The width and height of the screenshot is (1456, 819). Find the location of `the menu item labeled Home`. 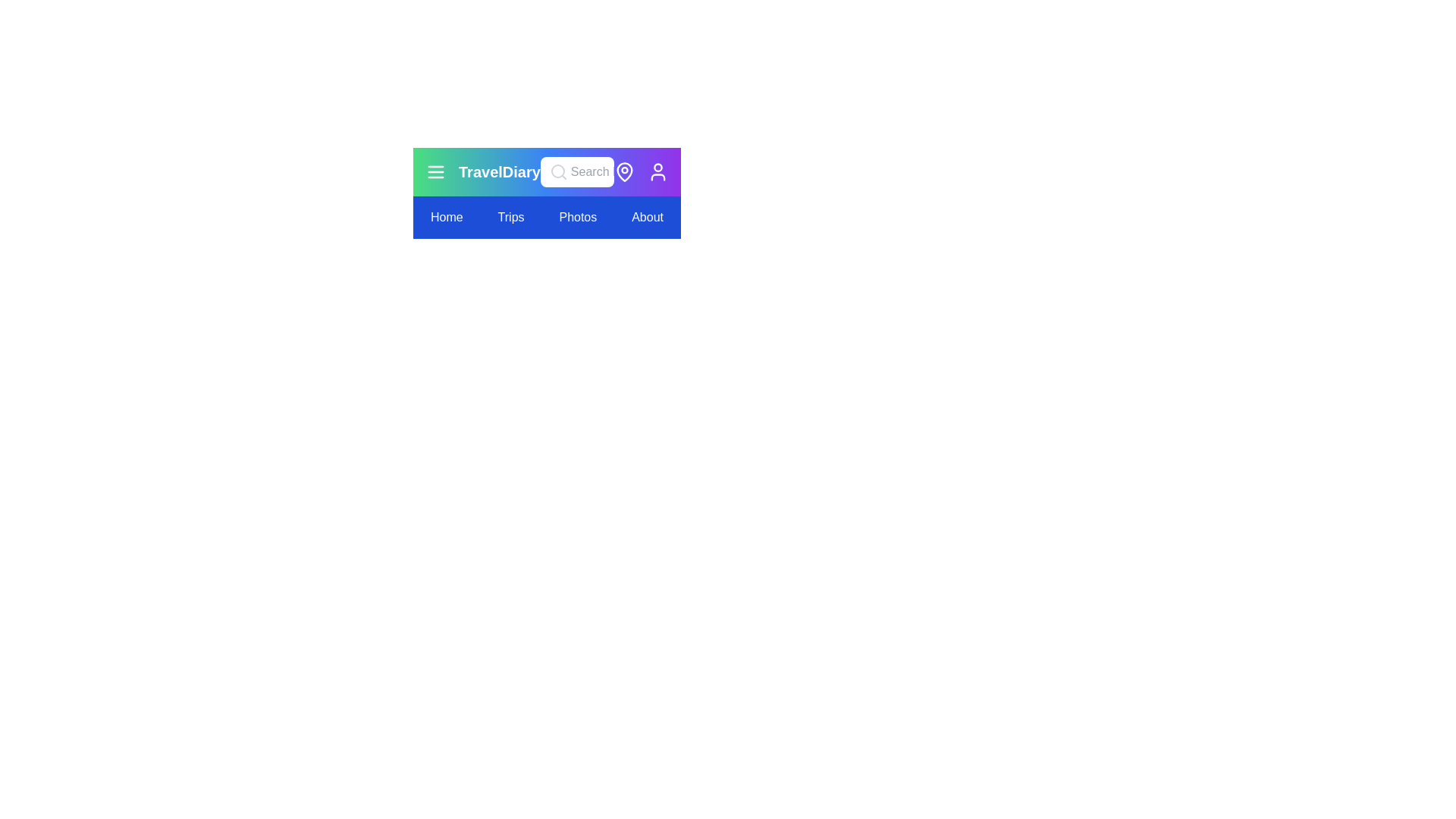

the menu item labeled Home is located at coordinates (446, 217).